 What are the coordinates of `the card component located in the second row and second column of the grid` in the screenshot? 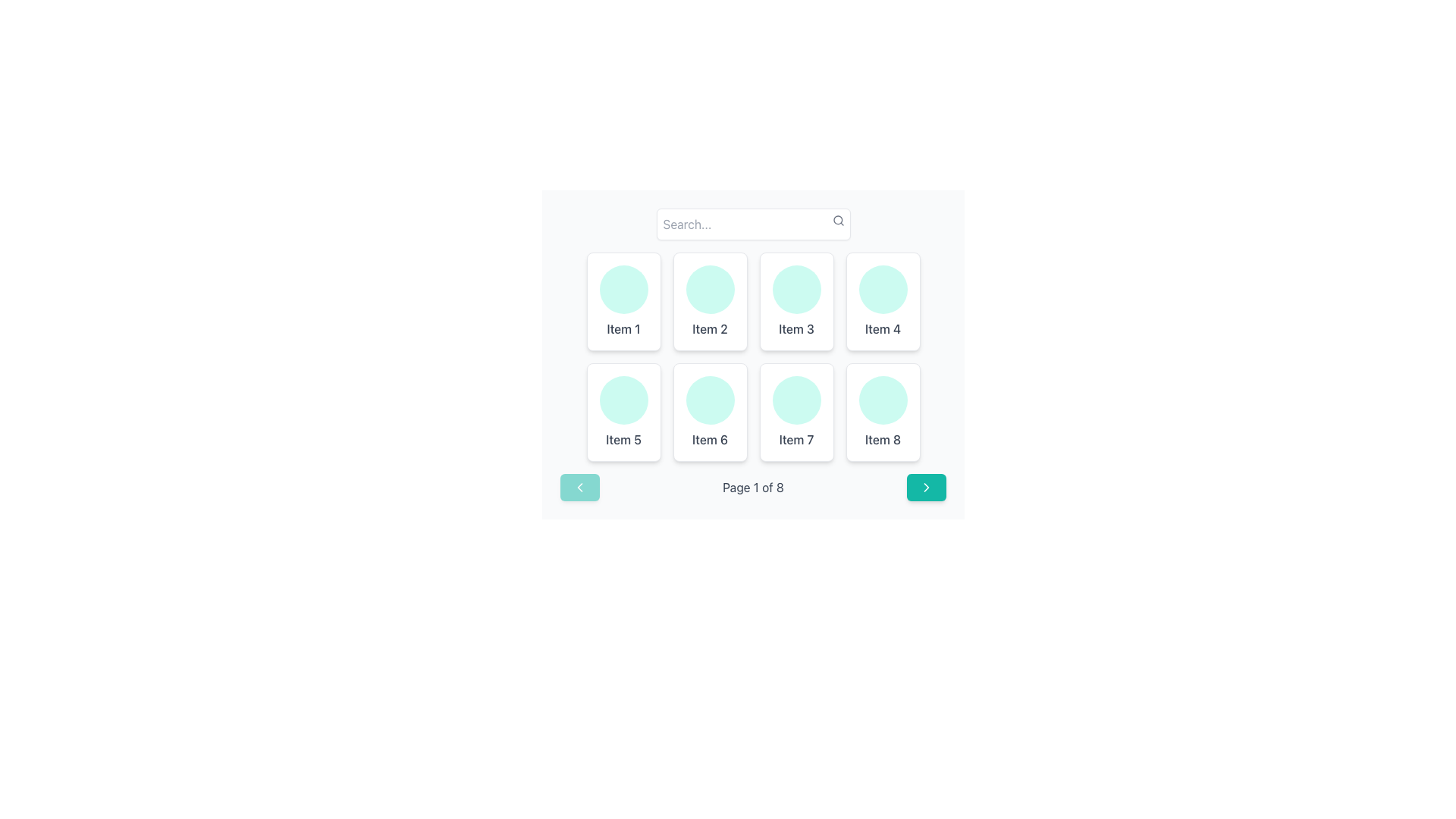 It's located at (709, 412).